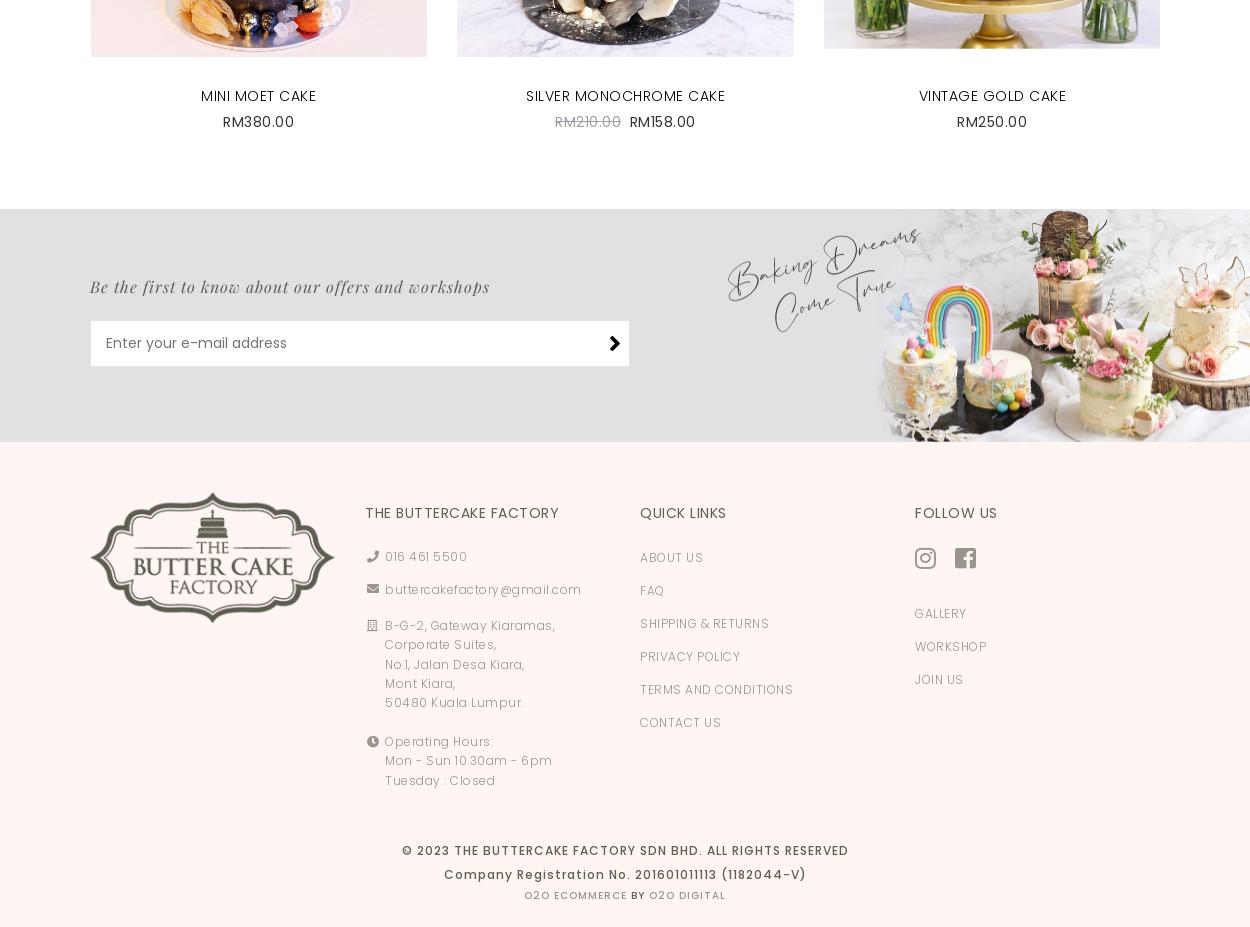 This screenshot has width=1250, height=927. What do you see at coordinates (453, 701) in the screenshot?
I see `'50480 Kuala Lumpur.'` at bounding box center [453, 701].